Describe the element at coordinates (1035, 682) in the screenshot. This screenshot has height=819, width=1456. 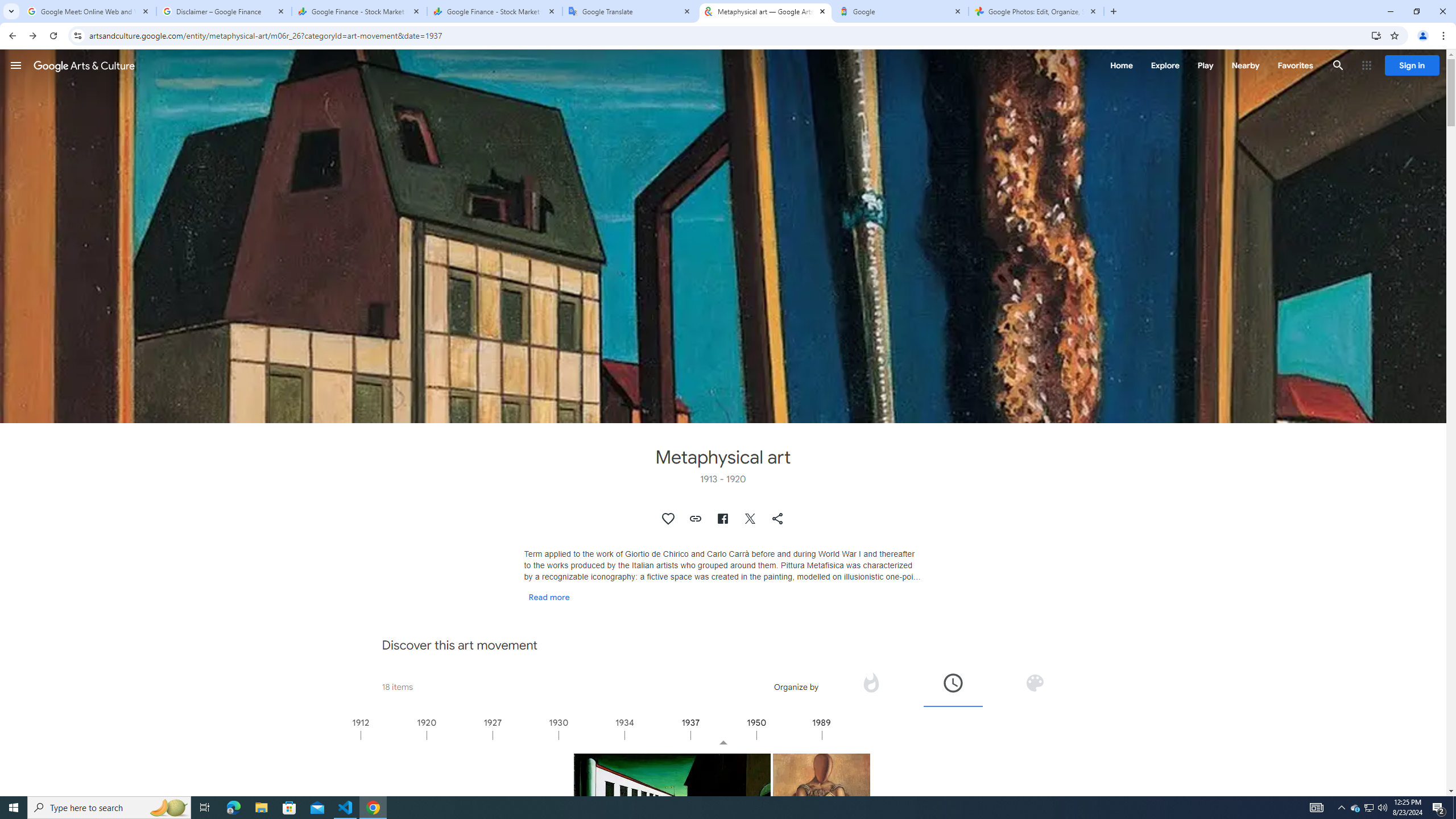
I see `'Organize by color'` at that location.